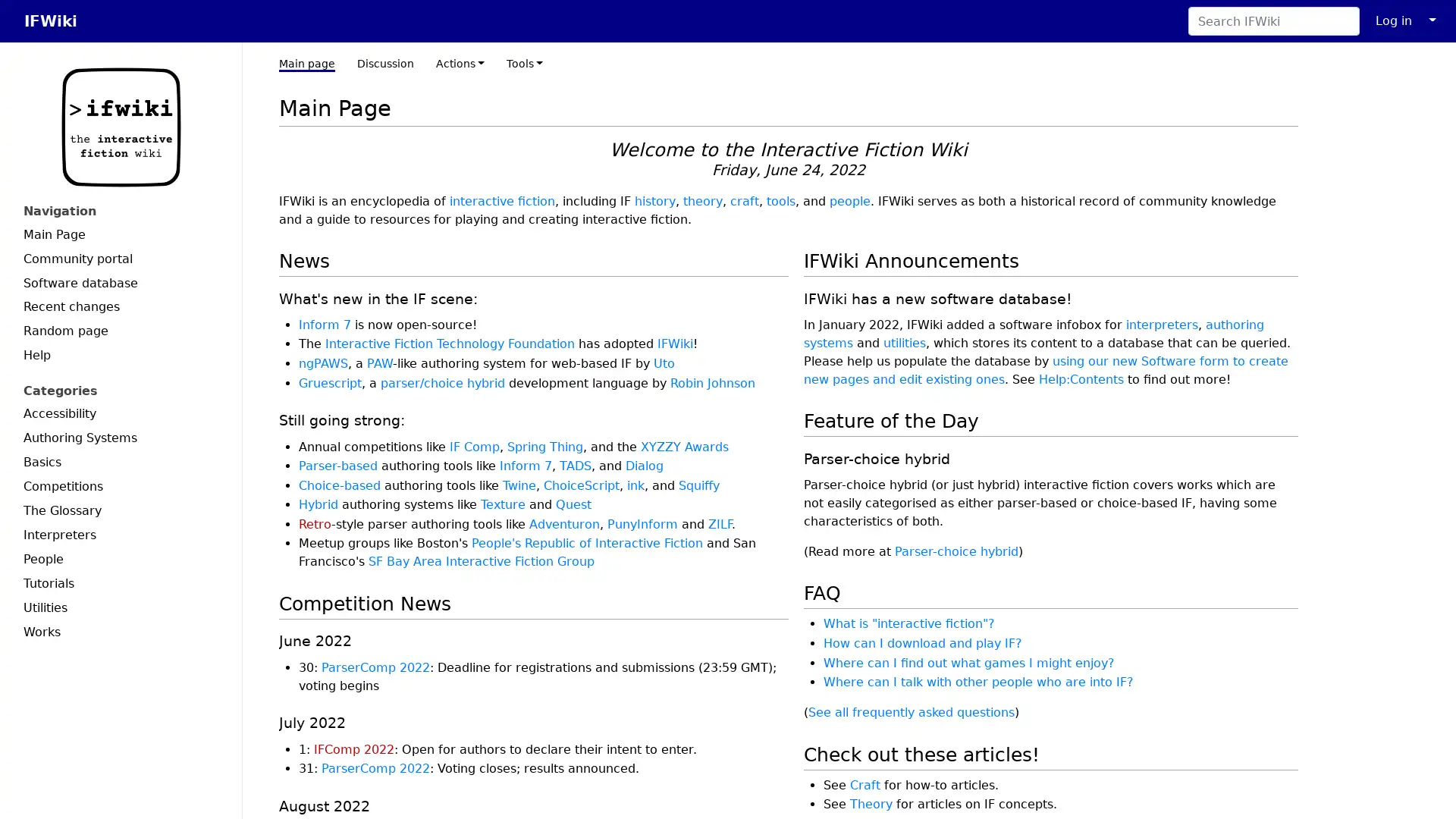  Describe the element at coordinates (1394, 20) in the screenshot. I see `Log in` at that location.